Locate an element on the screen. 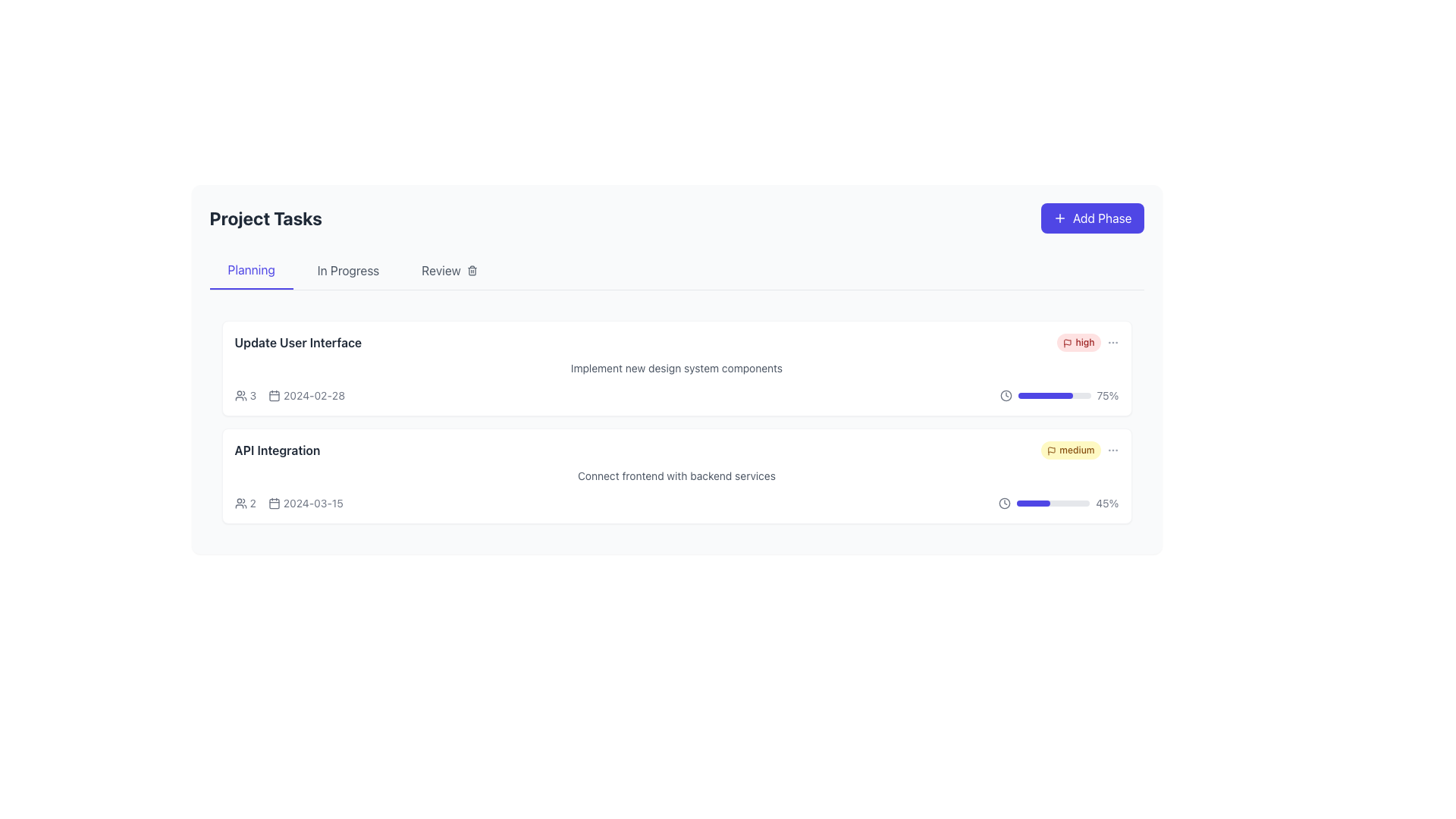 This screenshot has height=819, width=1456. the text element displaying the number '3' next to the user group icon within the 'Update User Interface' task section under the 'Planning' tab is located at coordinates (253, 394).